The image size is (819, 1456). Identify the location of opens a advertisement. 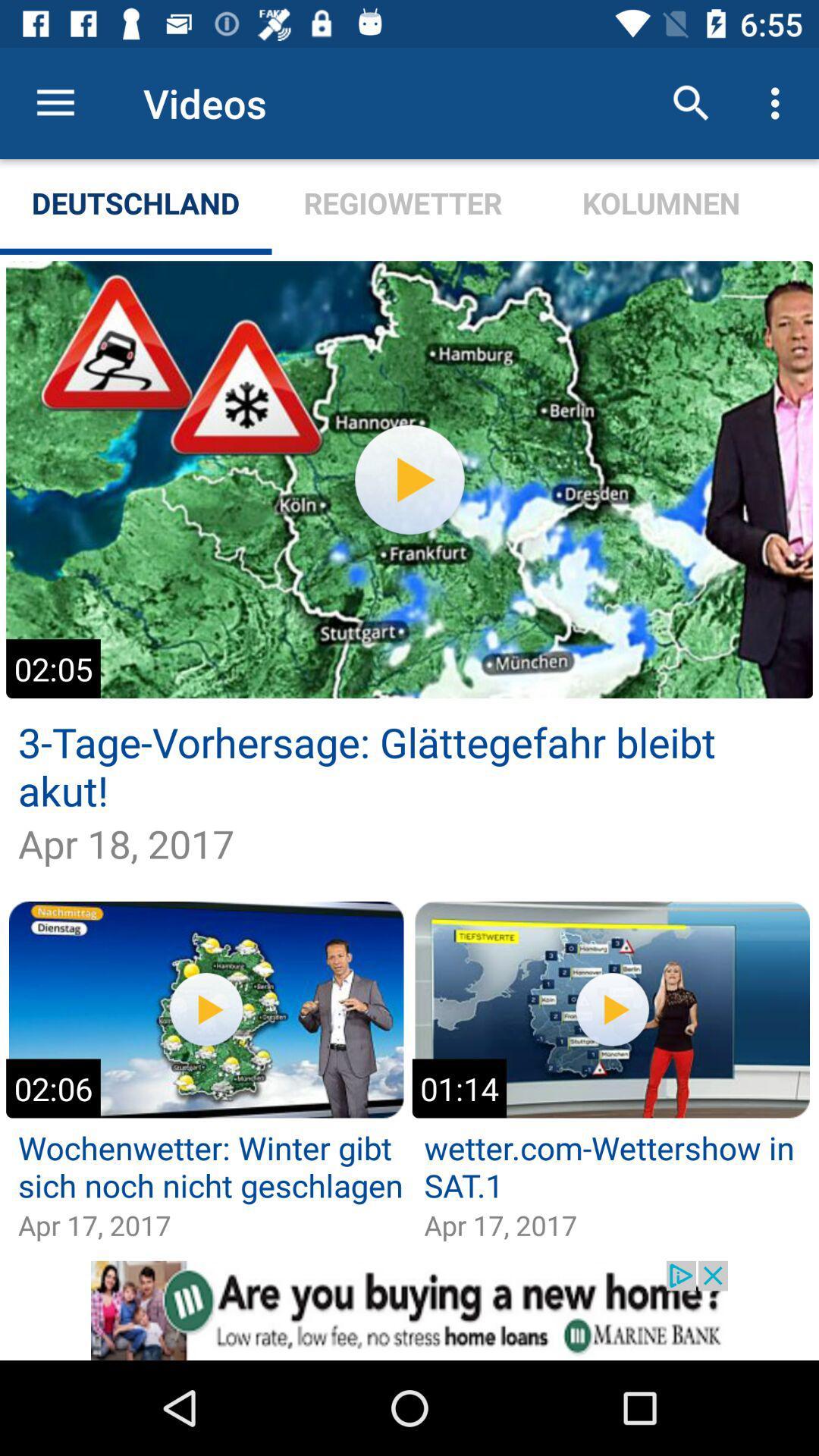
(409, 1310).